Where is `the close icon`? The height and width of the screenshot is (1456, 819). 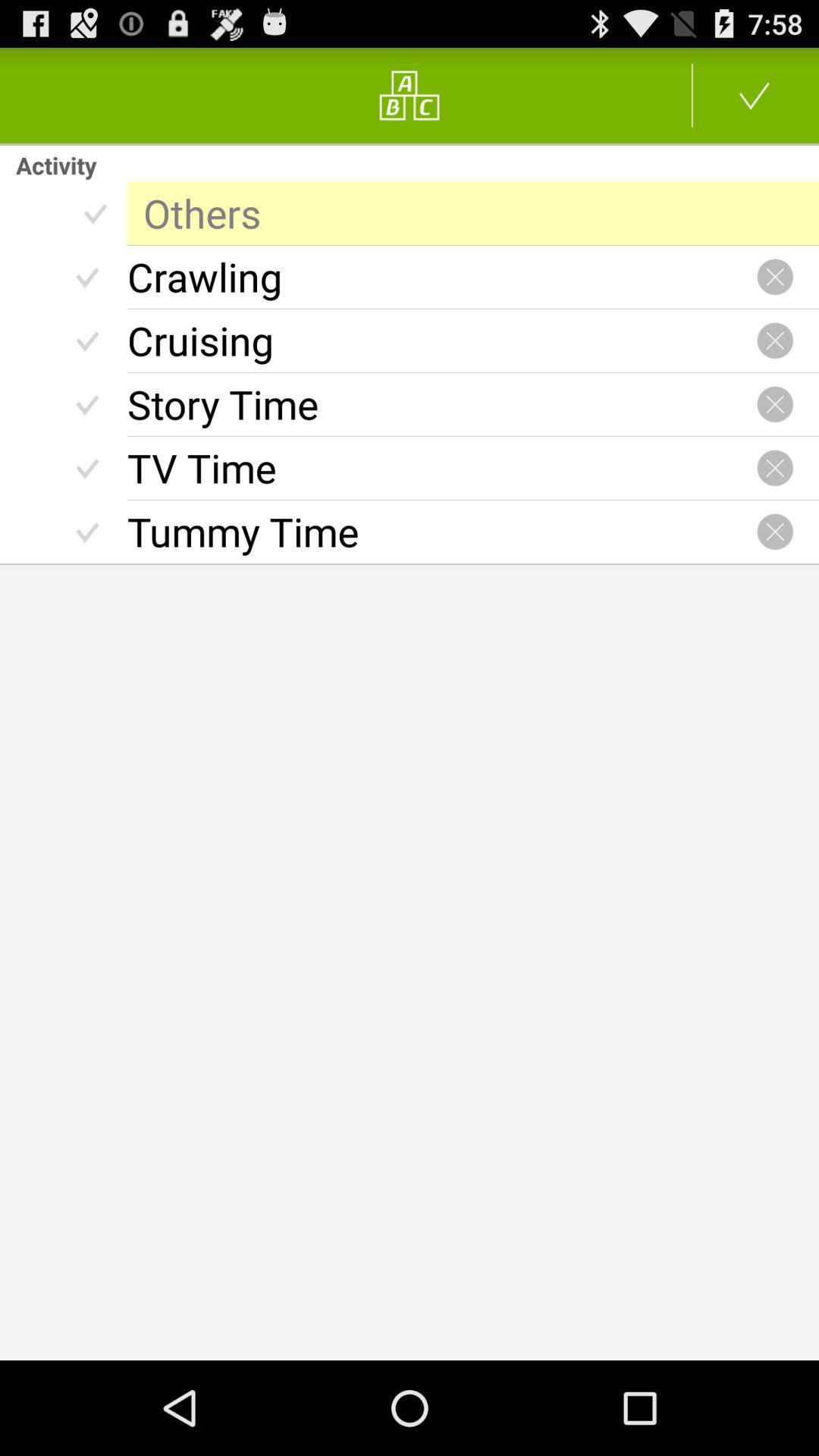
the close icon is located at coordinates (775, 500).